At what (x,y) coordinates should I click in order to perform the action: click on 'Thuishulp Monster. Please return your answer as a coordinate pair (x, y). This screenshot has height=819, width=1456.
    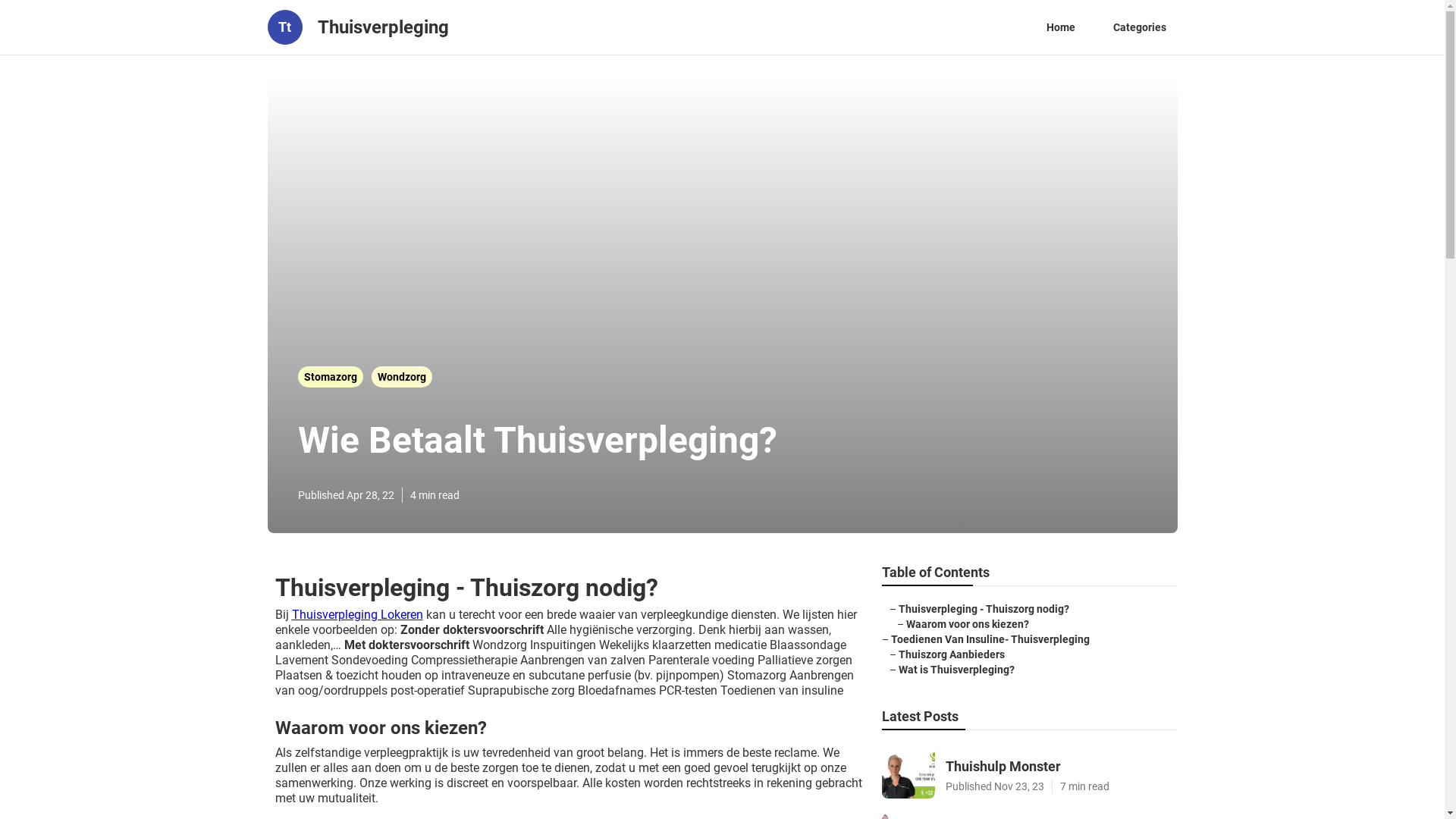
    Looking at the image, I should click on (1029, 772).